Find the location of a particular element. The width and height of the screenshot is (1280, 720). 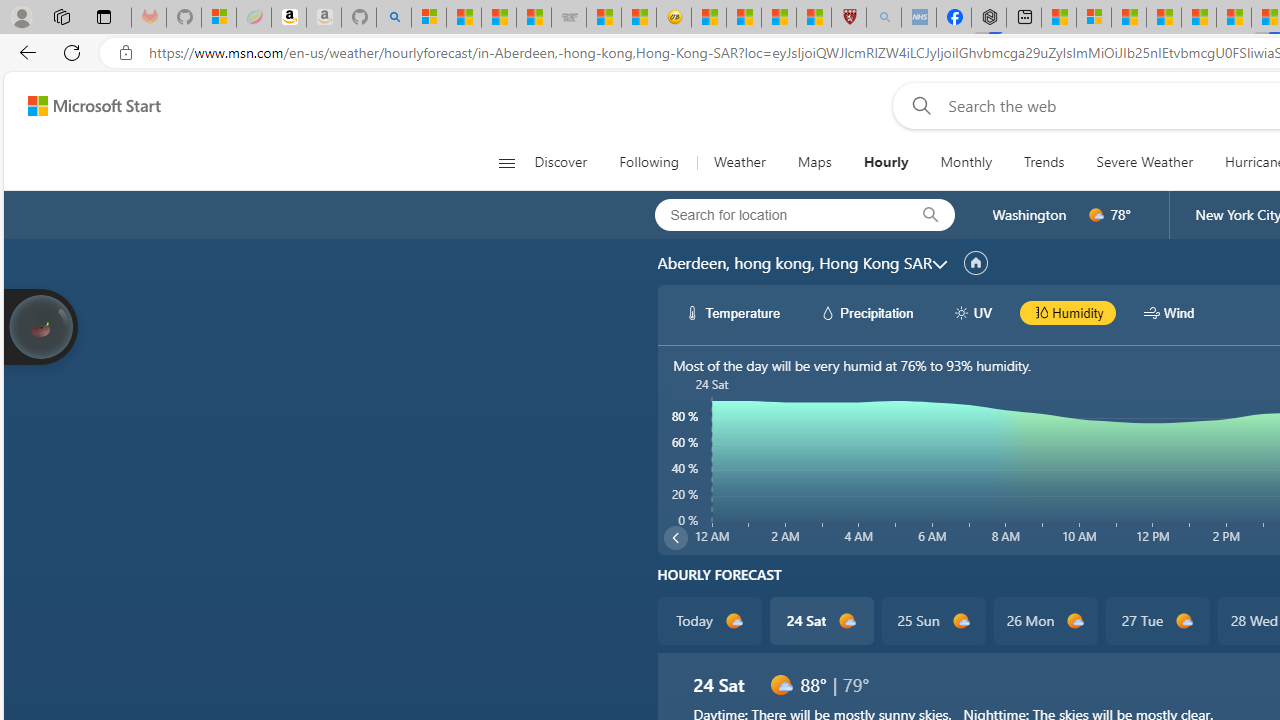

'hourlyChart/precipitationWhite Precipitation' is located at coordinates (866, 312).